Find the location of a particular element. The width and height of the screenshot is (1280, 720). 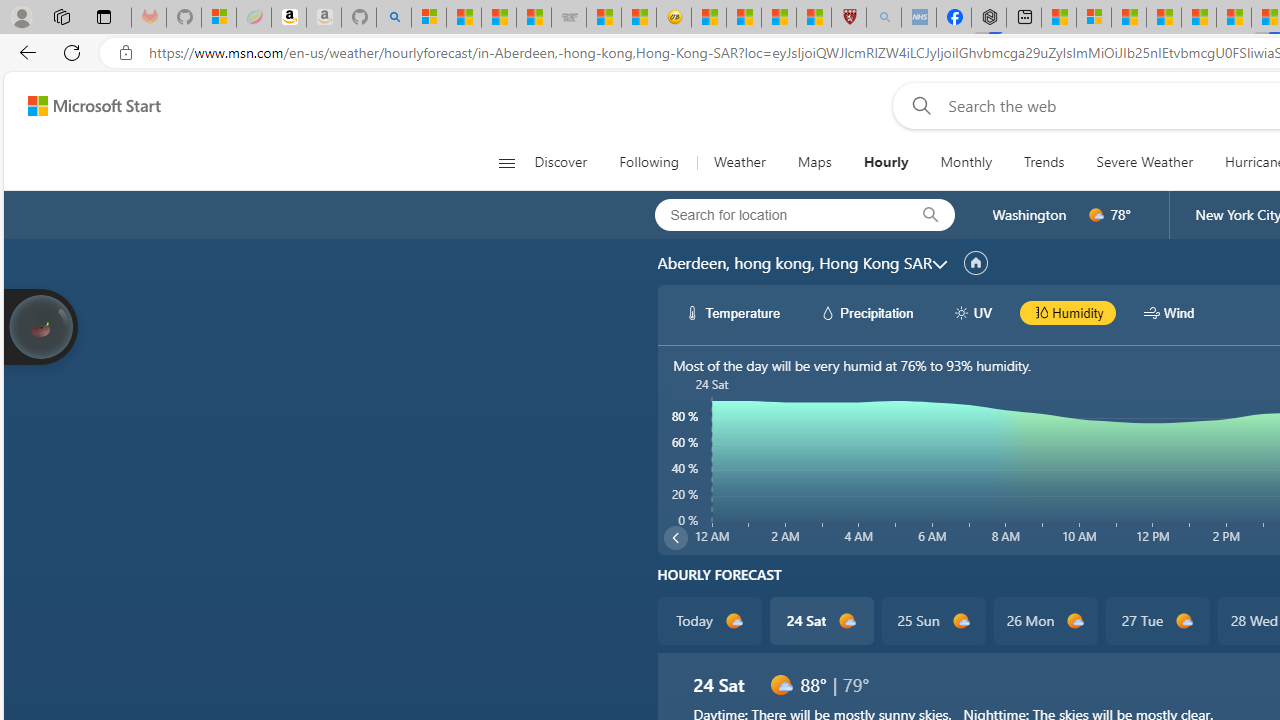

'hourlyChart/precipitationWhite Precipitation' is located at coordinates (866, 312).